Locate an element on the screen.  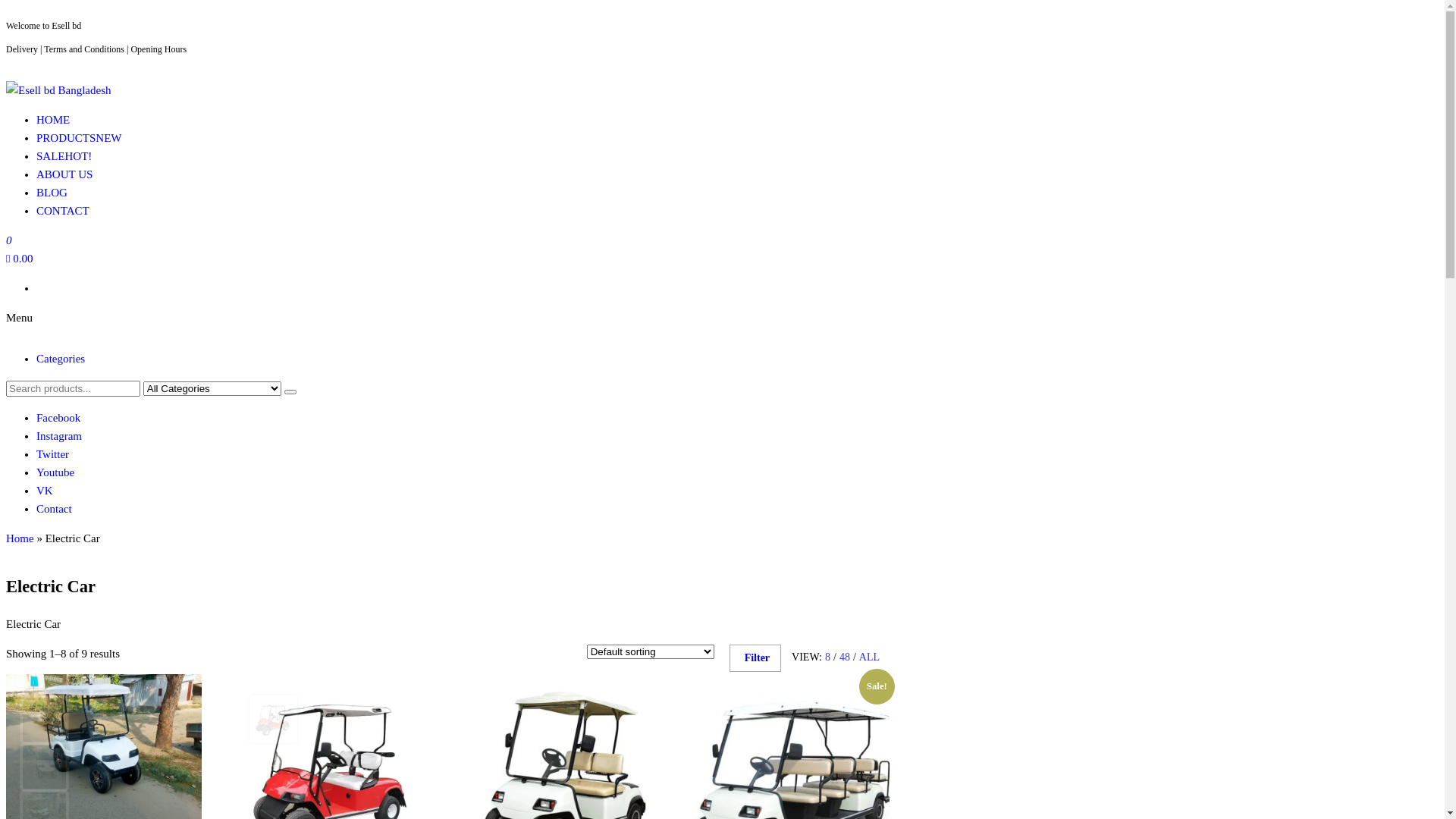
'ALL' is located at coordinates (858, 656).